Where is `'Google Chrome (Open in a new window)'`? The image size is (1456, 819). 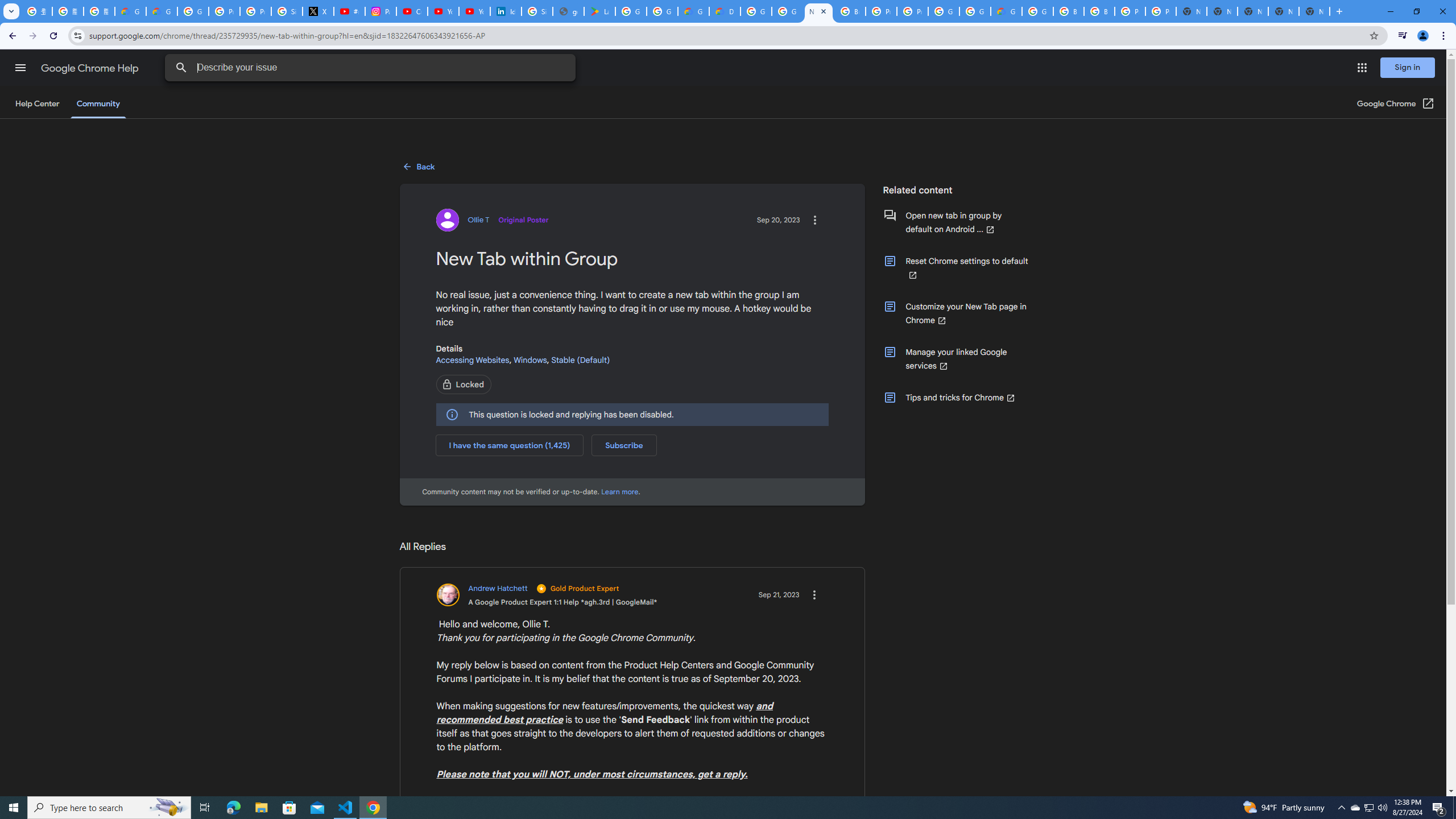
'Google Chrome (Open in a new window)' is located at coordinates (1396, 103).